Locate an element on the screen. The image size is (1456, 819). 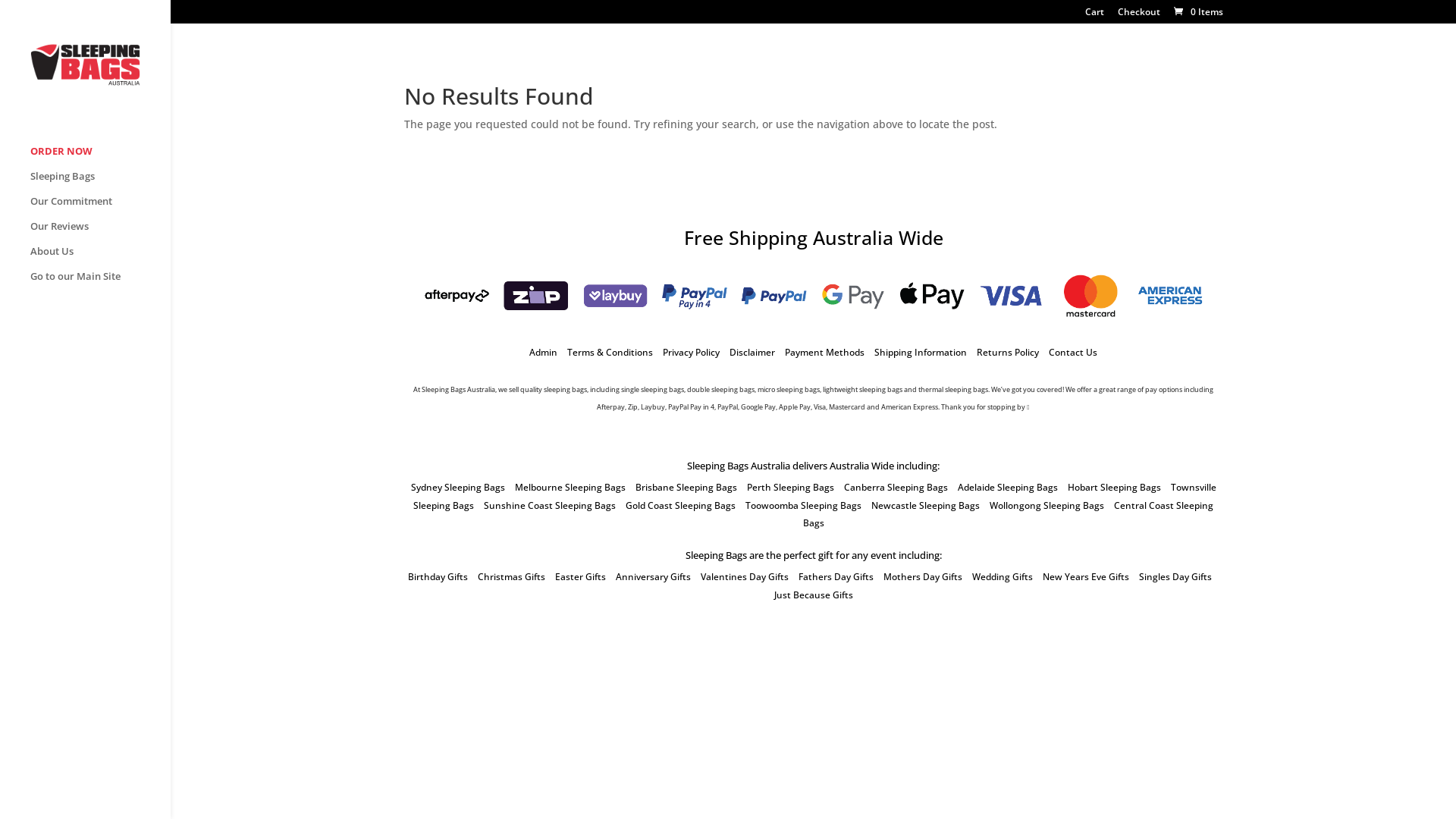
'Canberra Sleeping Bags' is located at coordinates (843, 487).